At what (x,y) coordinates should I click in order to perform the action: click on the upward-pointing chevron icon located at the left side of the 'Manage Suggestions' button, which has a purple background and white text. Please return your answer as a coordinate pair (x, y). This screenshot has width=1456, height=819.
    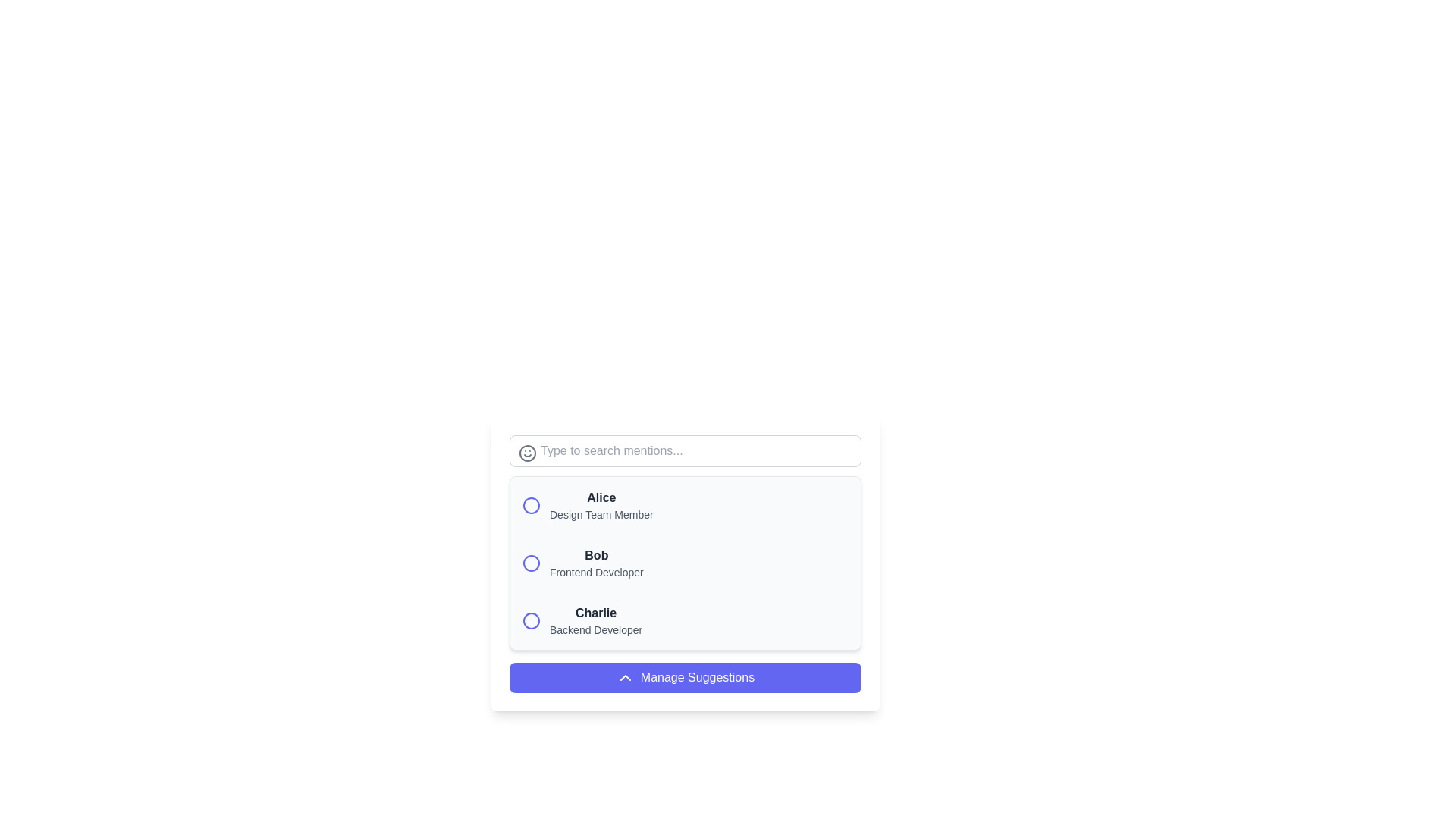
    Looking at the image, I should click on (625, 677).